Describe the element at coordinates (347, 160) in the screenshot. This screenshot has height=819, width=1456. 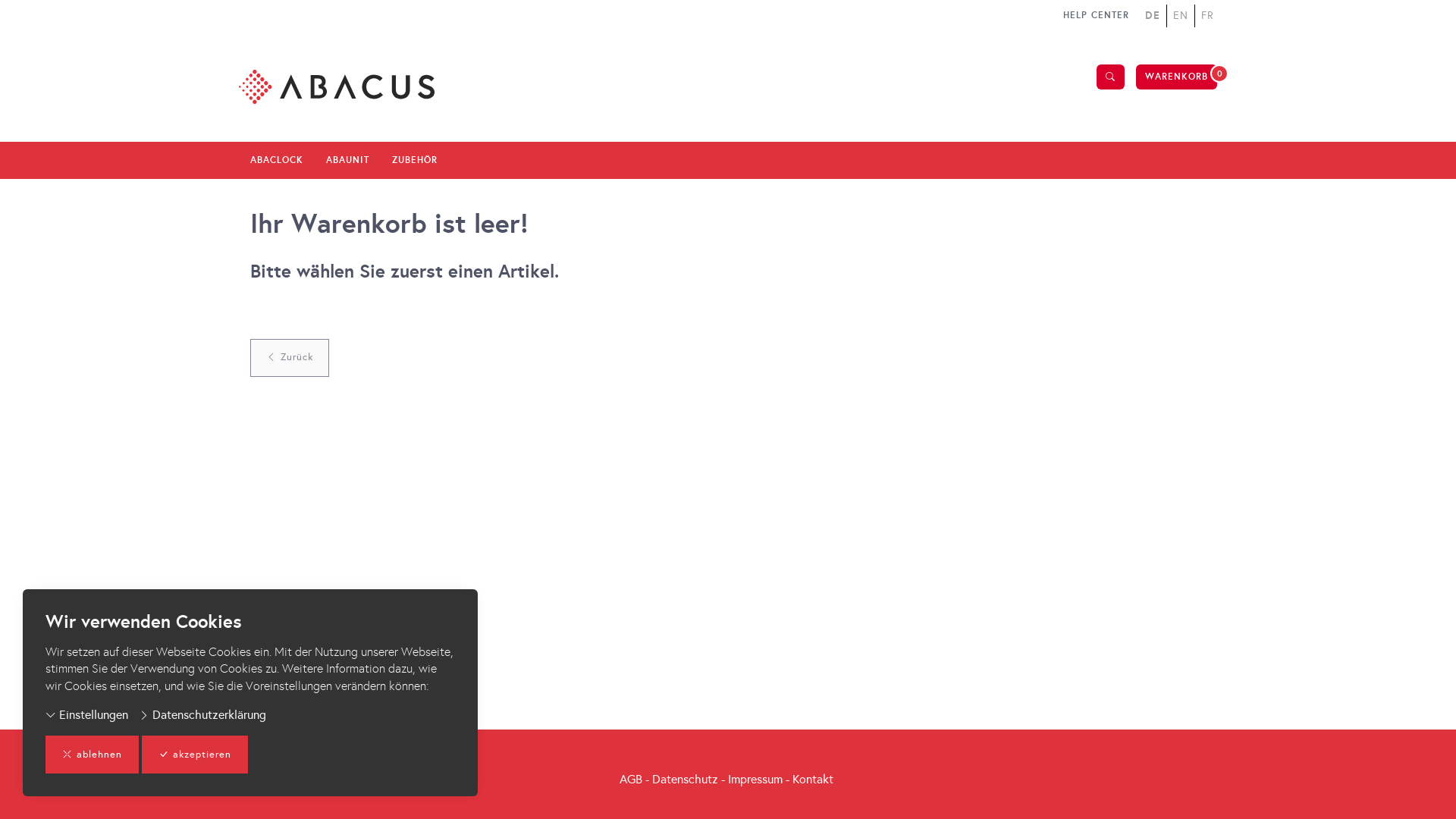
I see `'ABAUNIT'` at that location.